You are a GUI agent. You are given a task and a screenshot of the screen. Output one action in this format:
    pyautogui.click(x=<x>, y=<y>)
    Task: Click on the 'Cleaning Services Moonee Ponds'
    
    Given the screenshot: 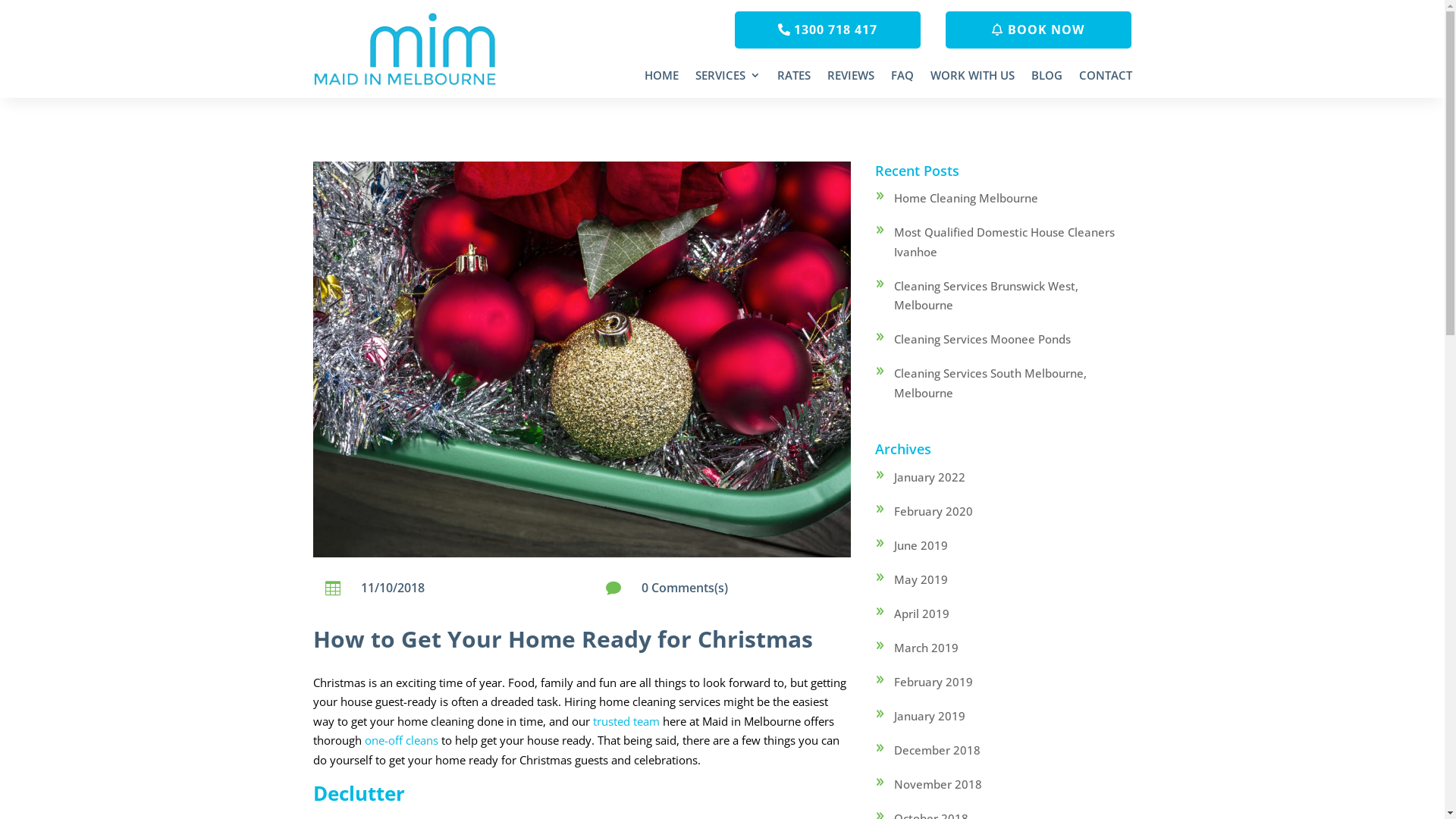 What is the action you would take?
    pyautogui.click(x=982, y=338)
    